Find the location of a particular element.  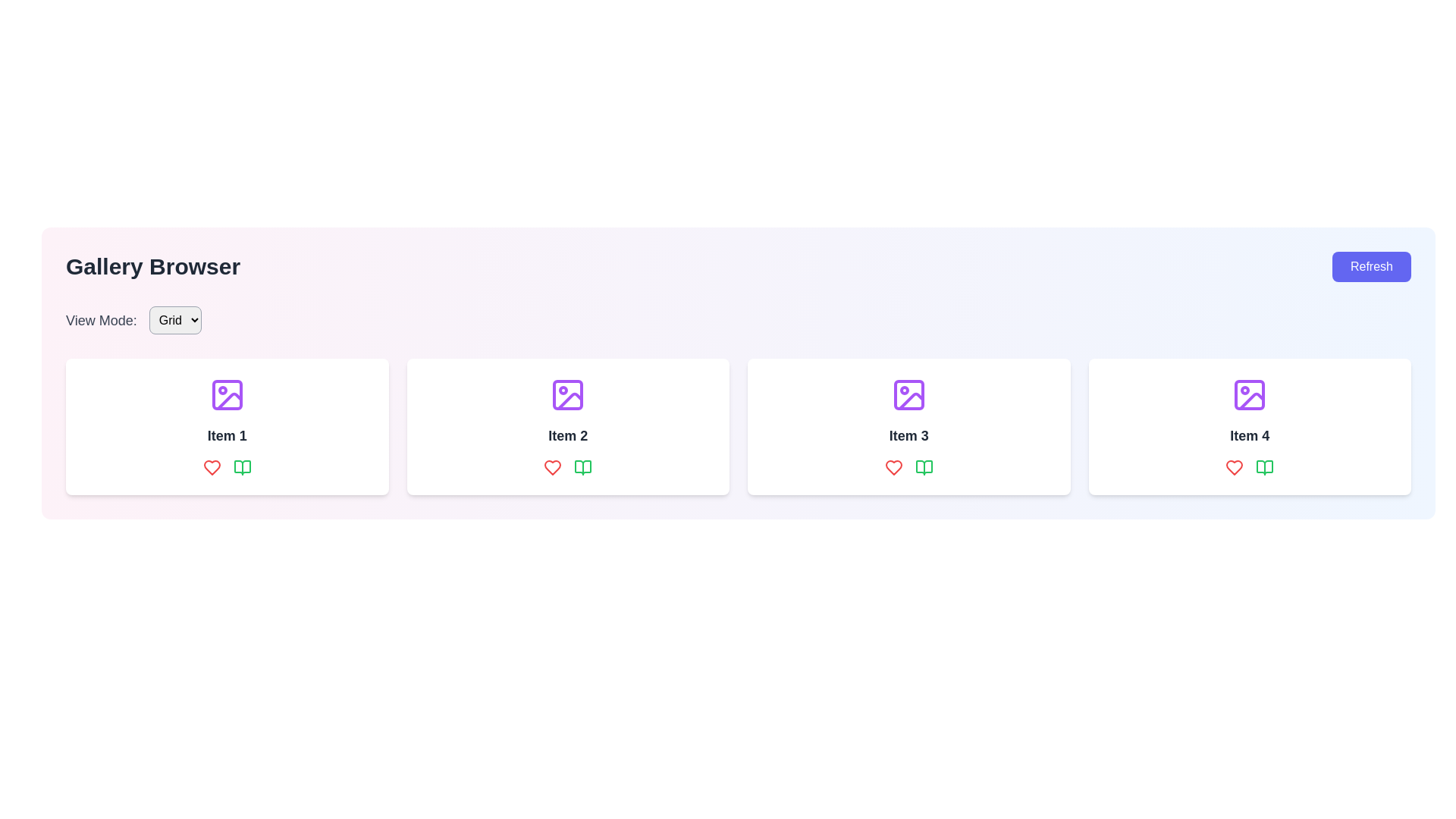

the leftmost icon button beneath the 'Item 3' label to mark it as liked is located at coordinates (893, 467).